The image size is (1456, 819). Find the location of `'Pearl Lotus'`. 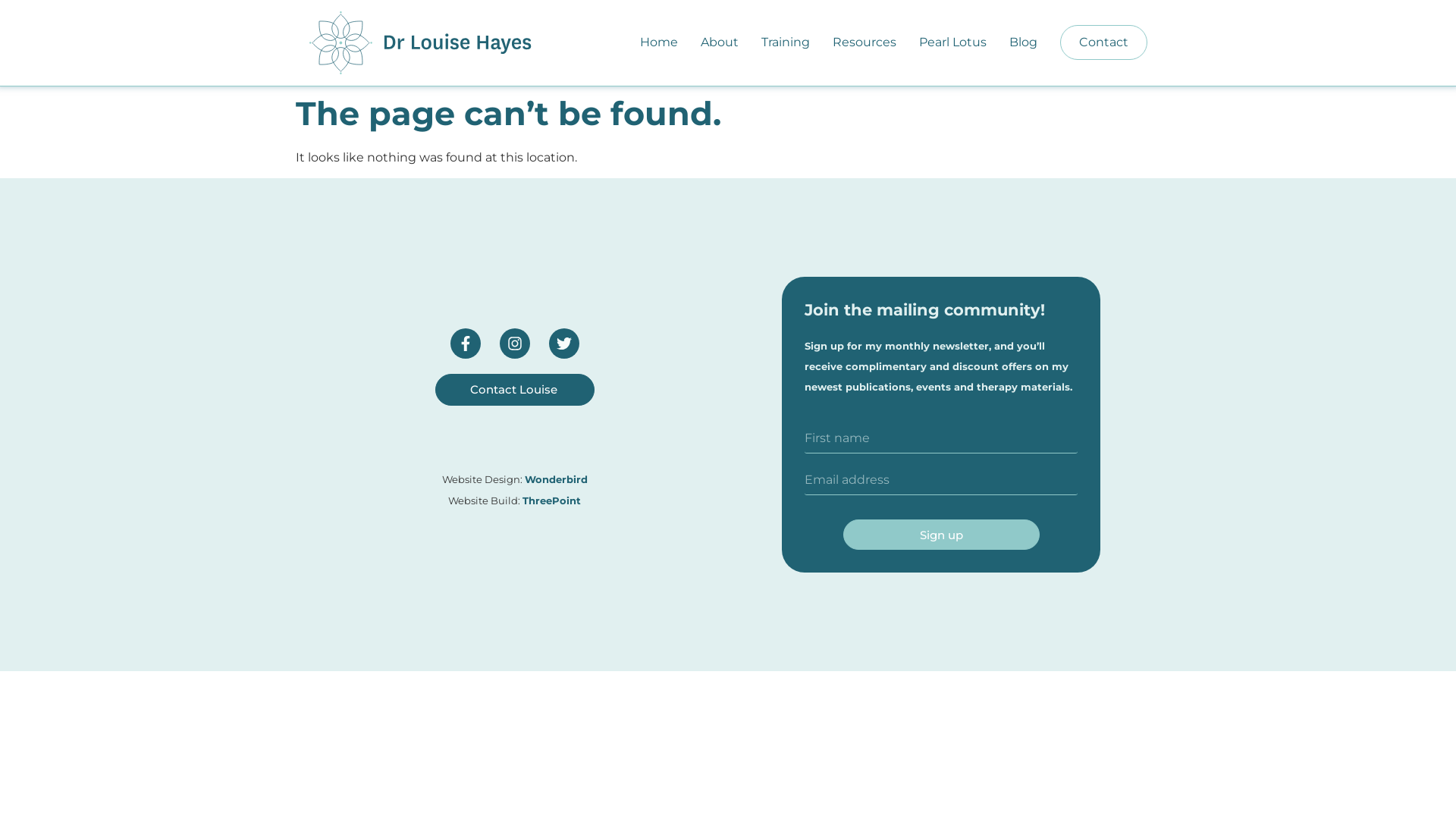

'Pearl Lotus' is located at coordinates (952, 42).